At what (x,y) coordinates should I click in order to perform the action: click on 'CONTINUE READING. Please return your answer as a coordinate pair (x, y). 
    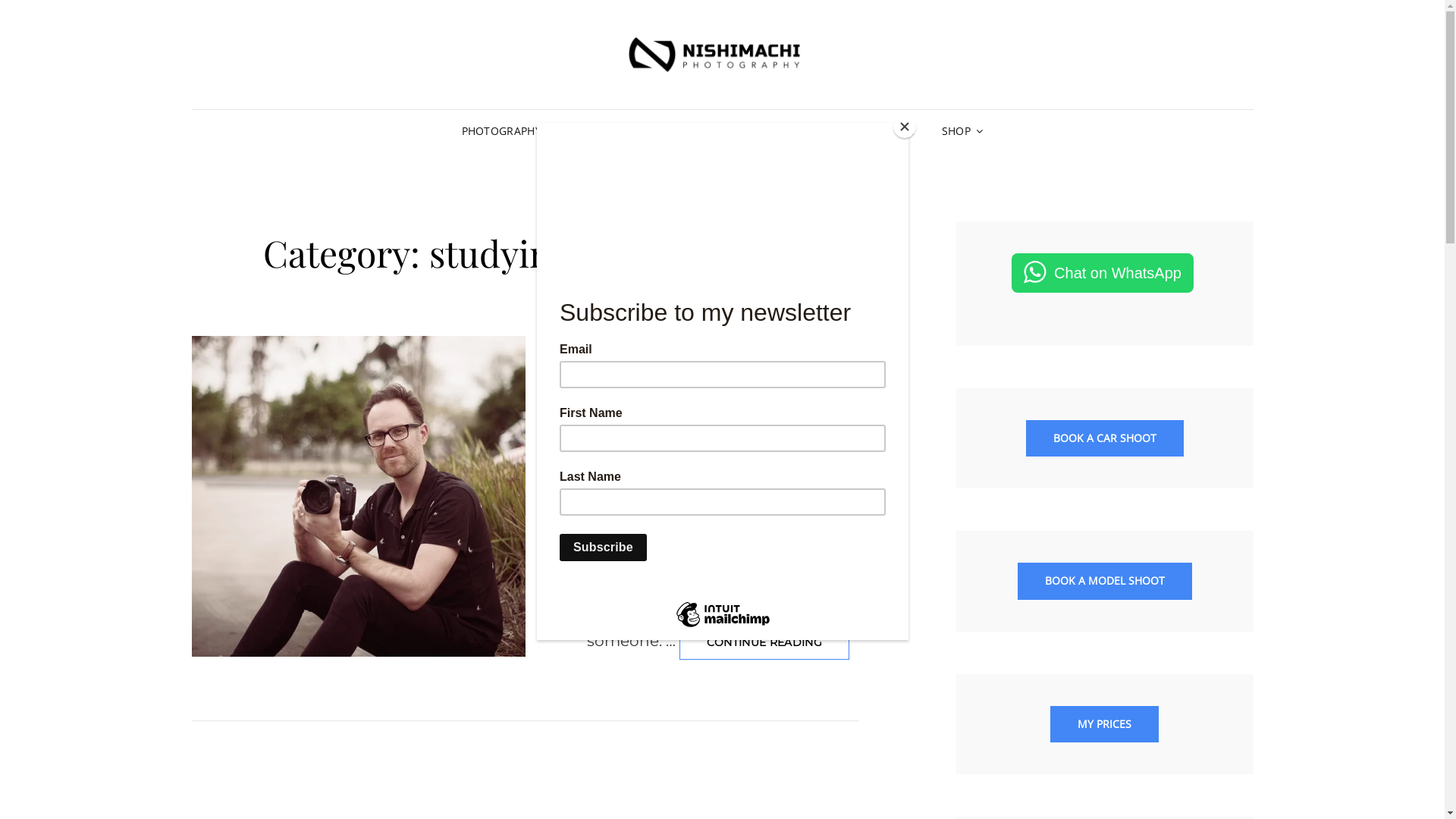
    Looking at the image, I should click on (679, 642).